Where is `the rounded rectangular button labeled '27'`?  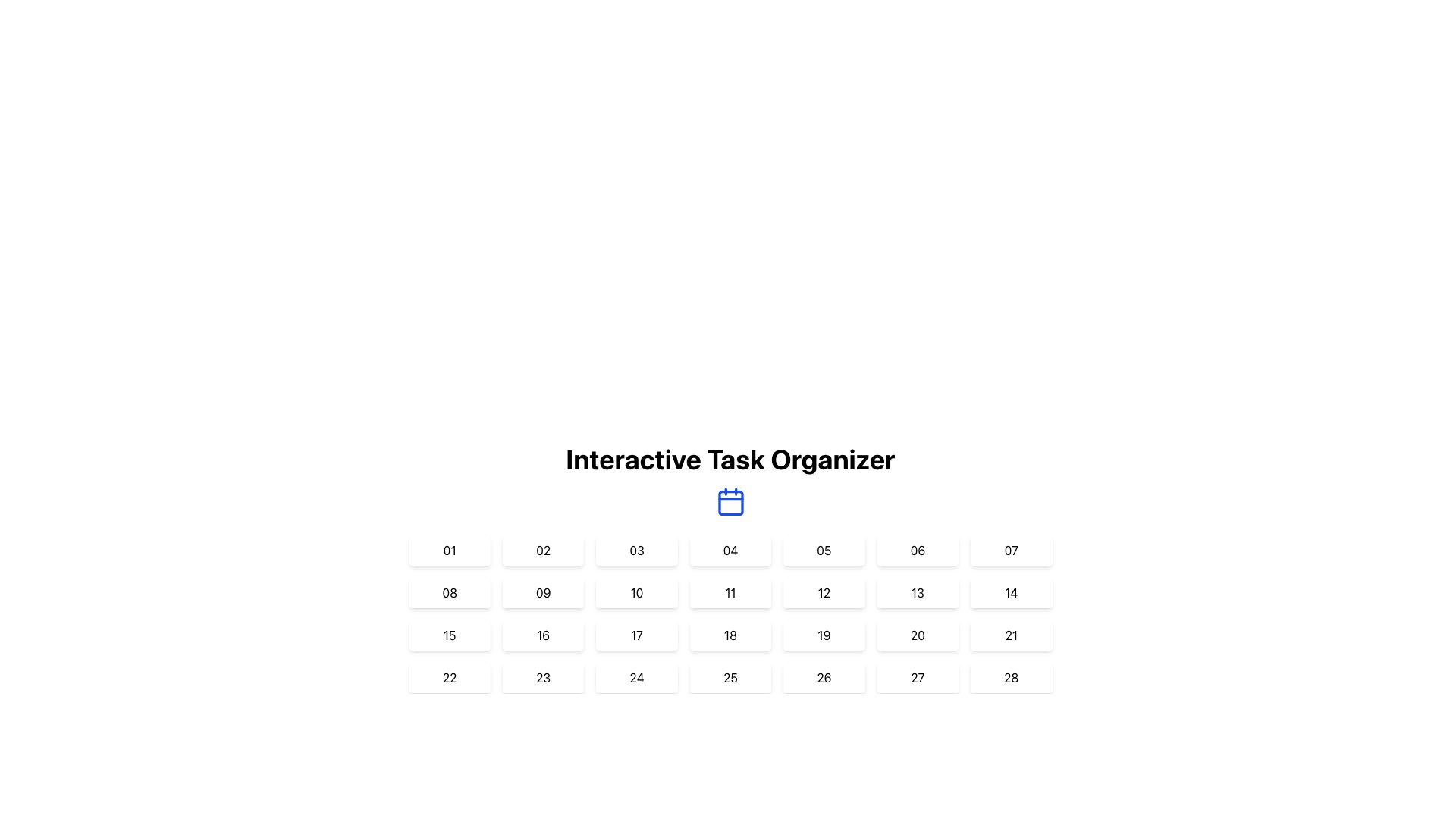
the rounded rectangular button labeled '27' is located at coordinates (917, 677).